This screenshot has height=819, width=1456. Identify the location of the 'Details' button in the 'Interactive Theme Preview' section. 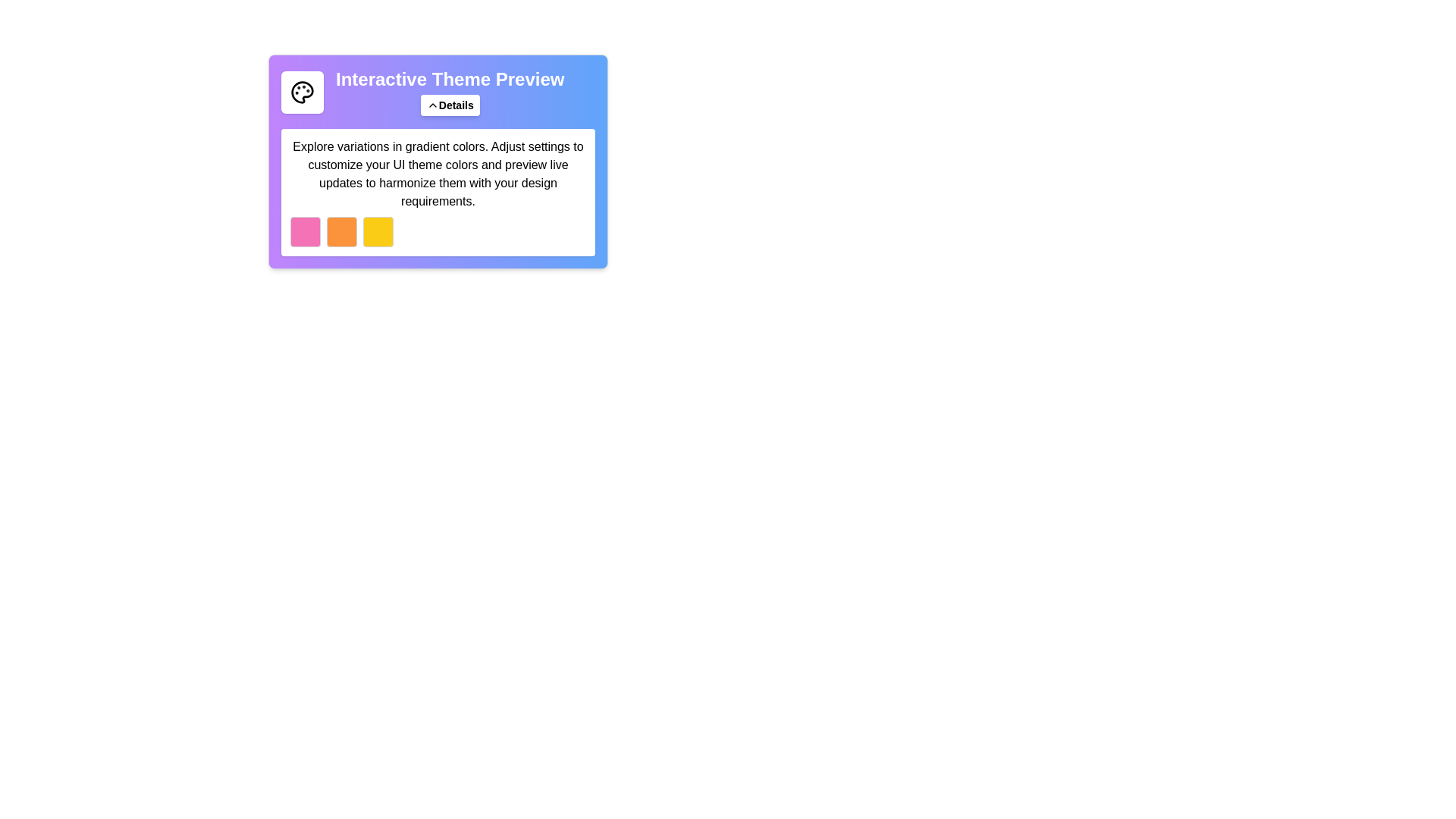
(449, 92).